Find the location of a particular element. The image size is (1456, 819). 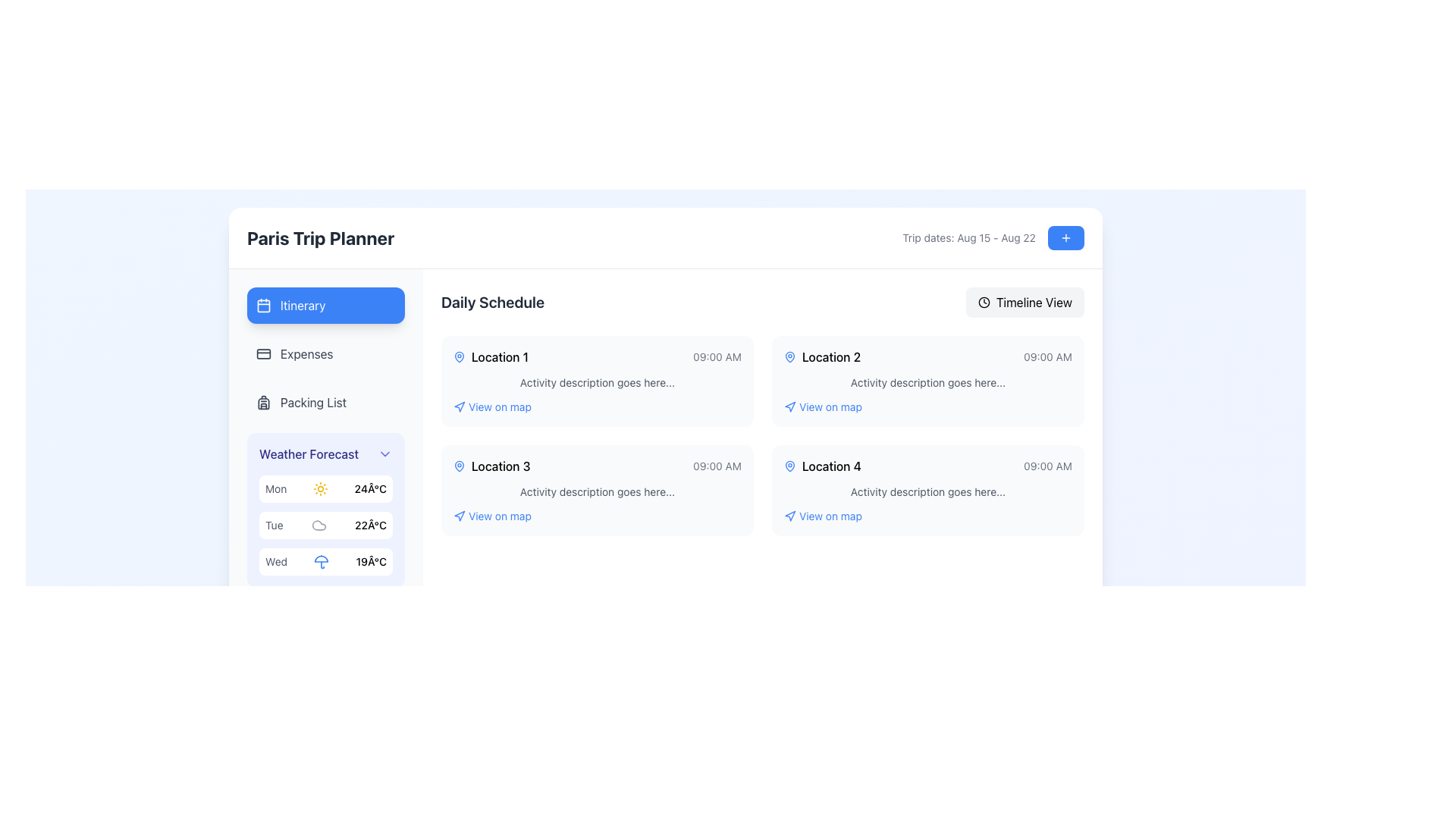

the sun icon located in the Weather Forecast panel, which is situated next to the text 'Mon' and before '24°C' is located at coordinates (319, 488).